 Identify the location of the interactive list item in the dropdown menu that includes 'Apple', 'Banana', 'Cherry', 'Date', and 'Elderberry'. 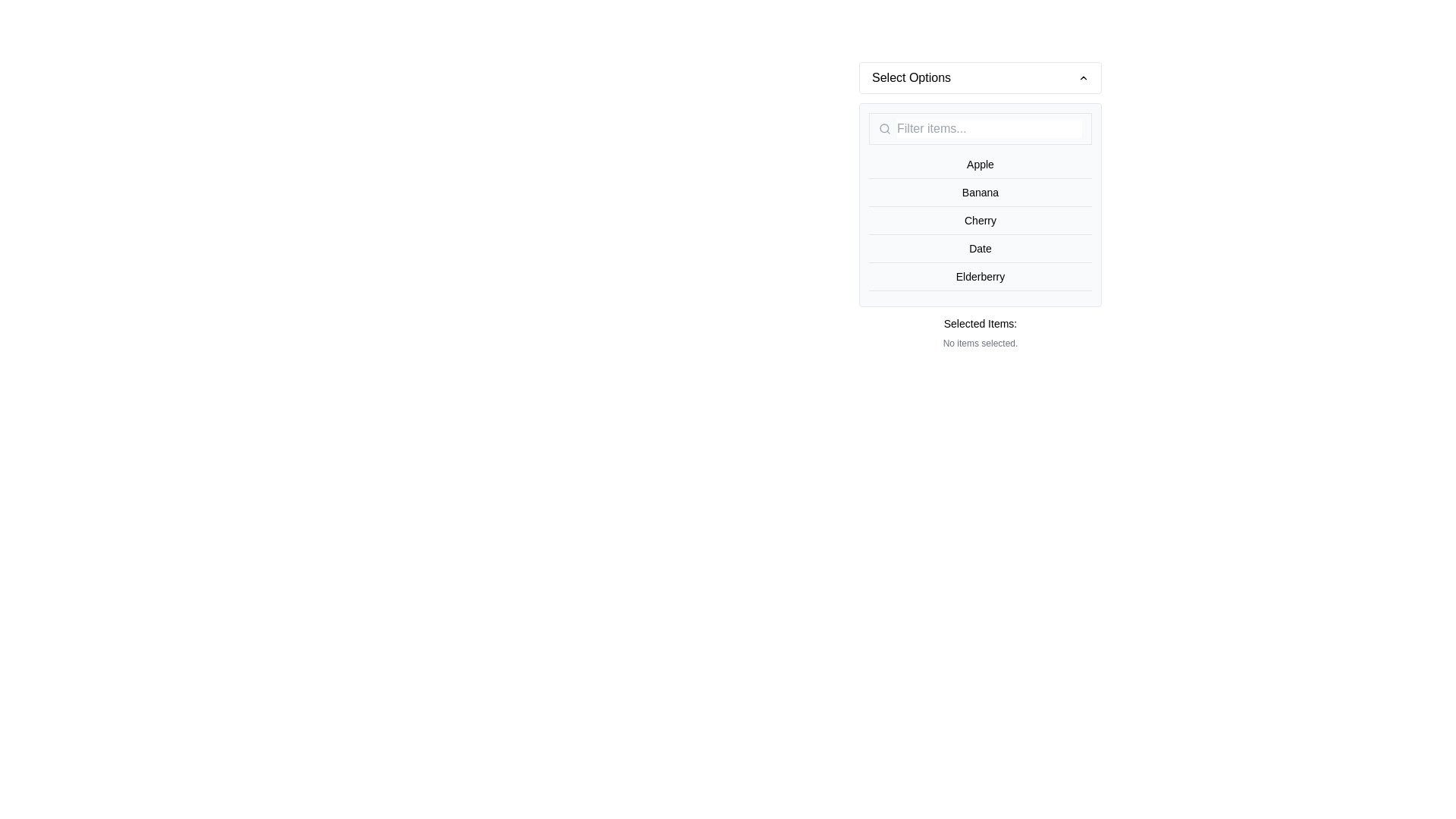
(980, 220).